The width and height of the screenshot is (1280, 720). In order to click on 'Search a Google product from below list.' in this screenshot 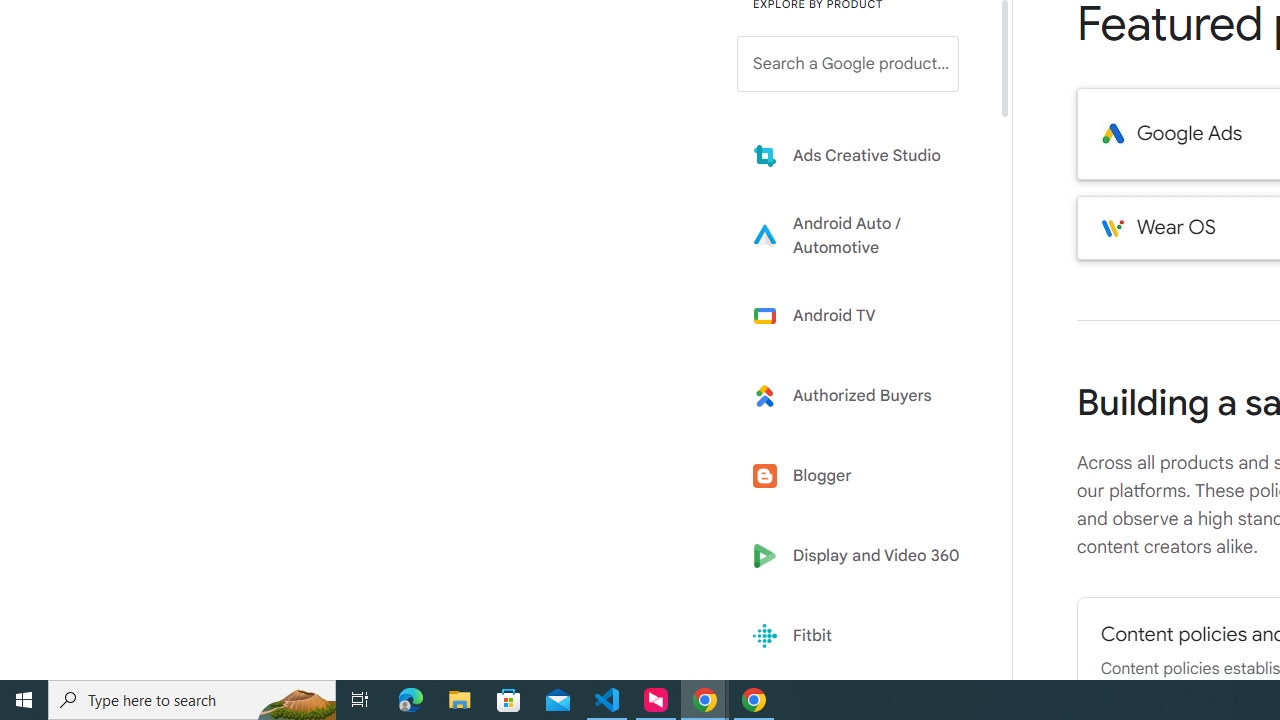, I will do `click(848, 63)`.